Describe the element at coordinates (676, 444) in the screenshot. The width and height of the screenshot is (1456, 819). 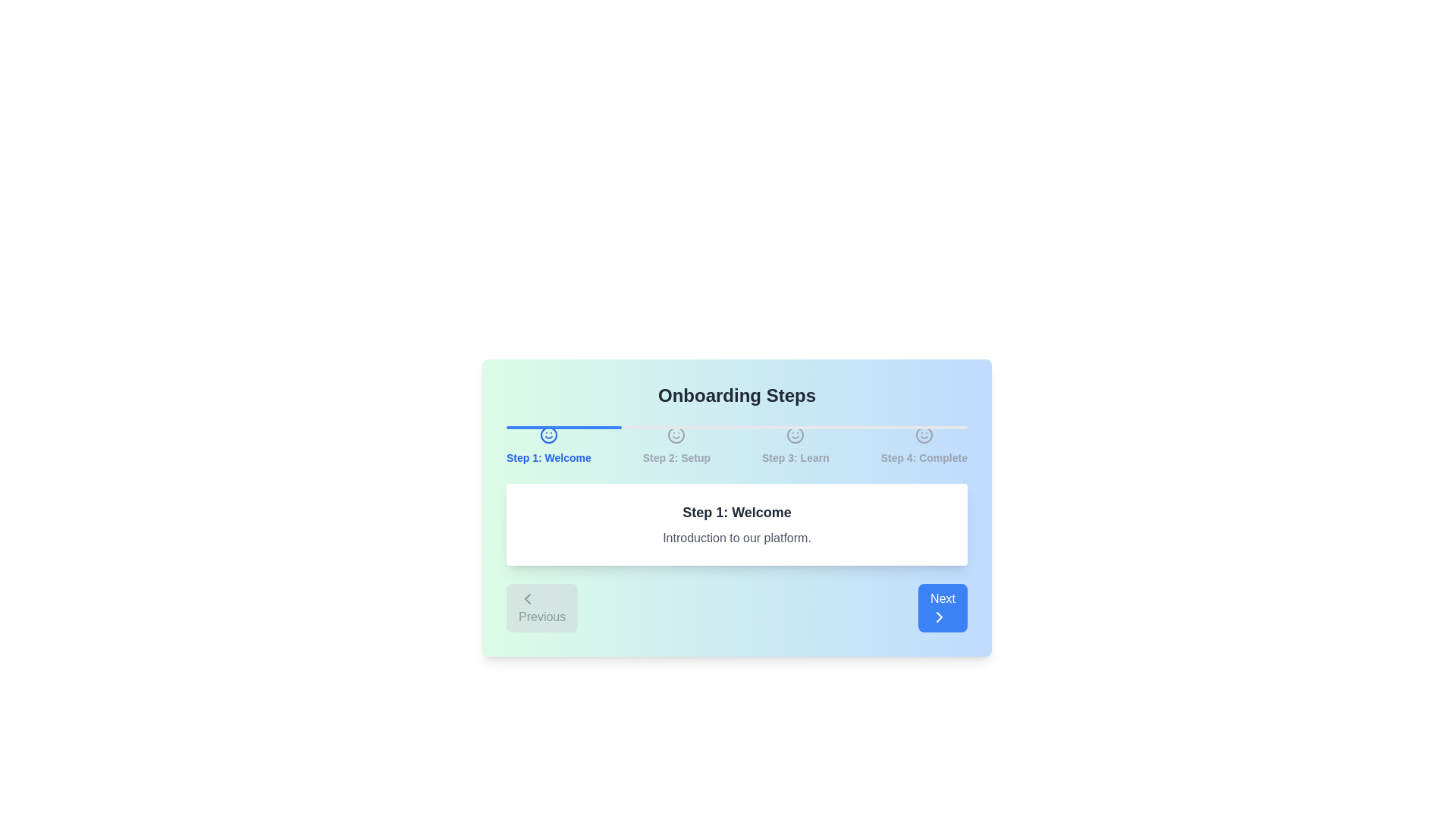
I see `the label of the second step in the onboarding process, which indicates necessary setup for the onboarding` at that location.